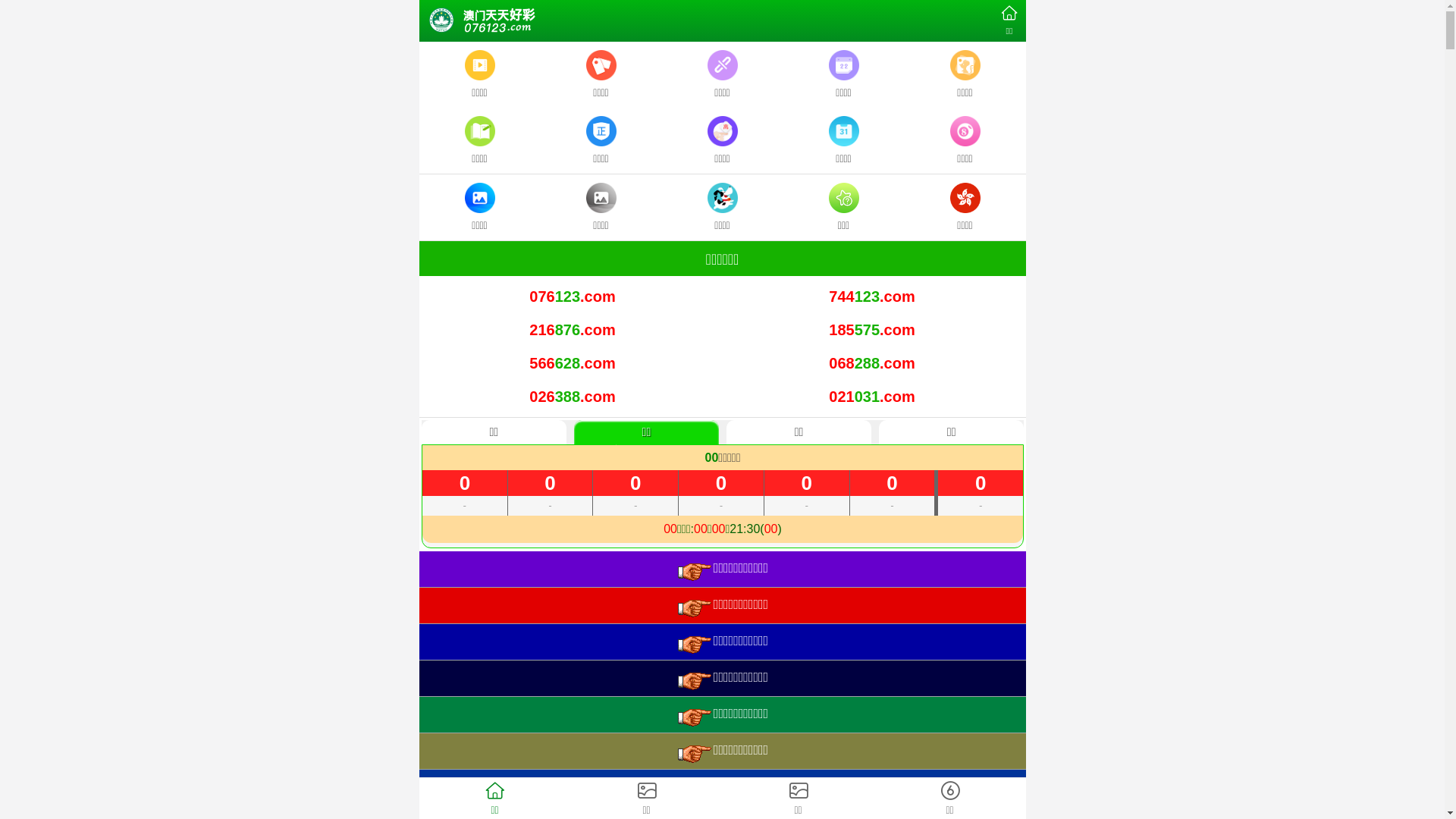  I want to click on '026388.com', so click(422, 397).